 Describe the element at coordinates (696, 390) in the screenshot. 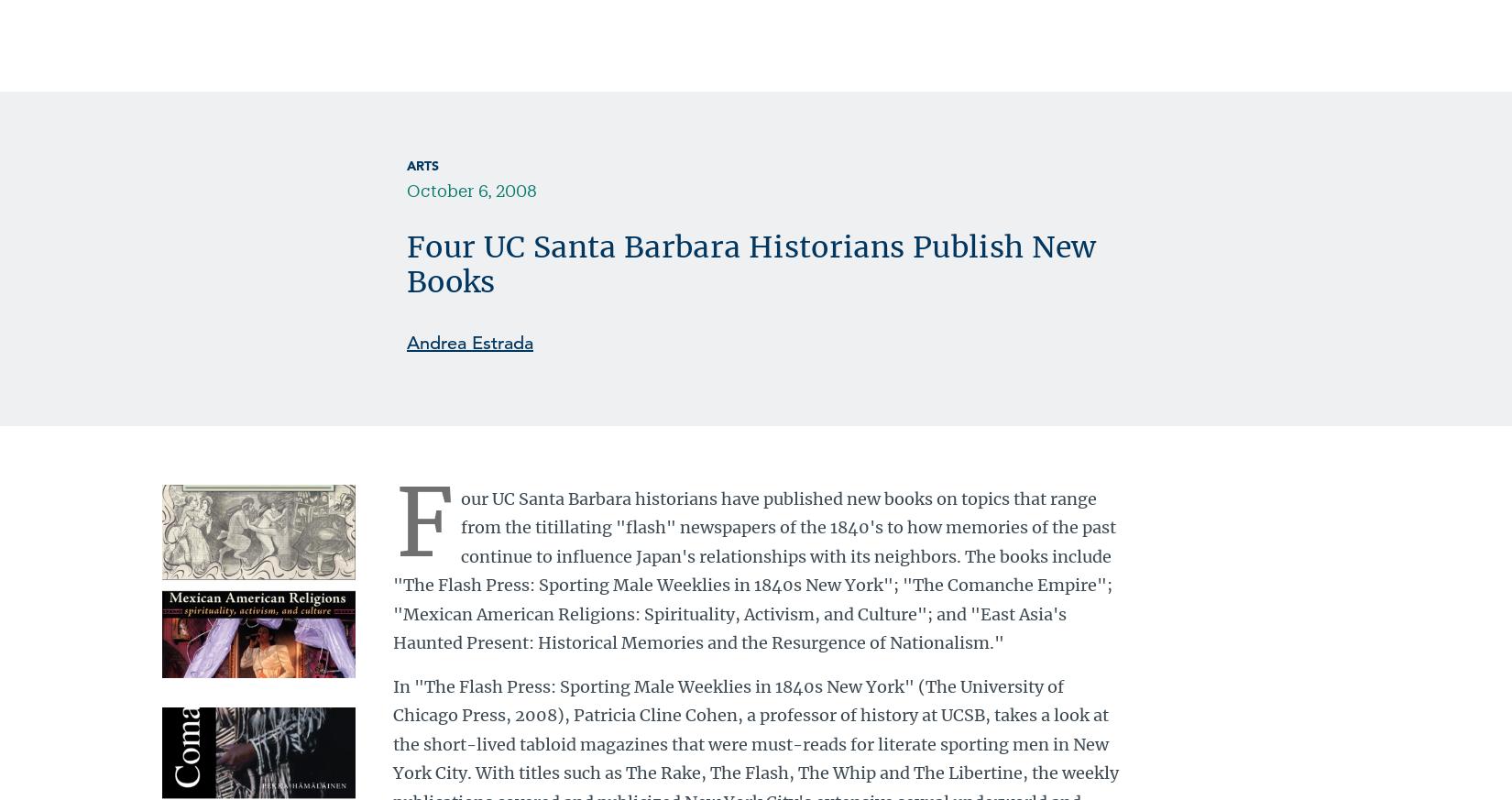

I see `'† Top photo: "The Flash Press: Sporting Male Weeklies in 1840's New York"'` at that location.